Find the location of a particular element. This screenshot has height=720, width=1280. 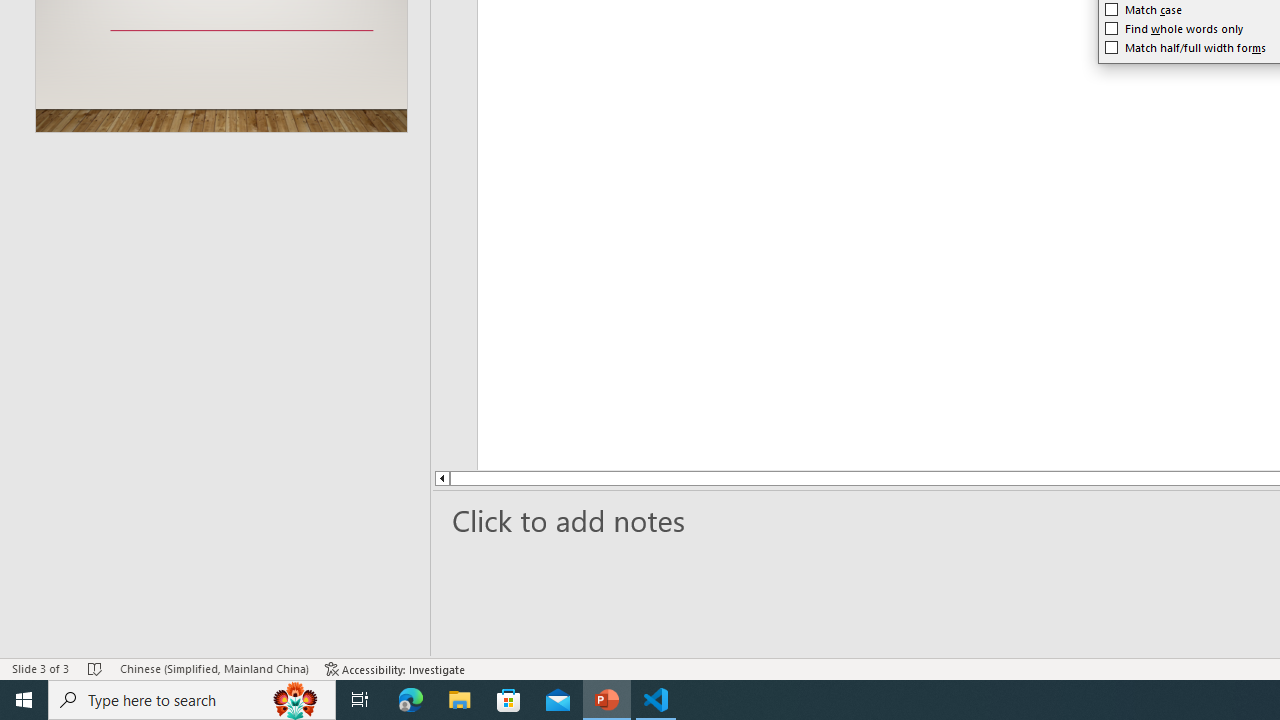

'Start' is located at coordinates (24, 698).